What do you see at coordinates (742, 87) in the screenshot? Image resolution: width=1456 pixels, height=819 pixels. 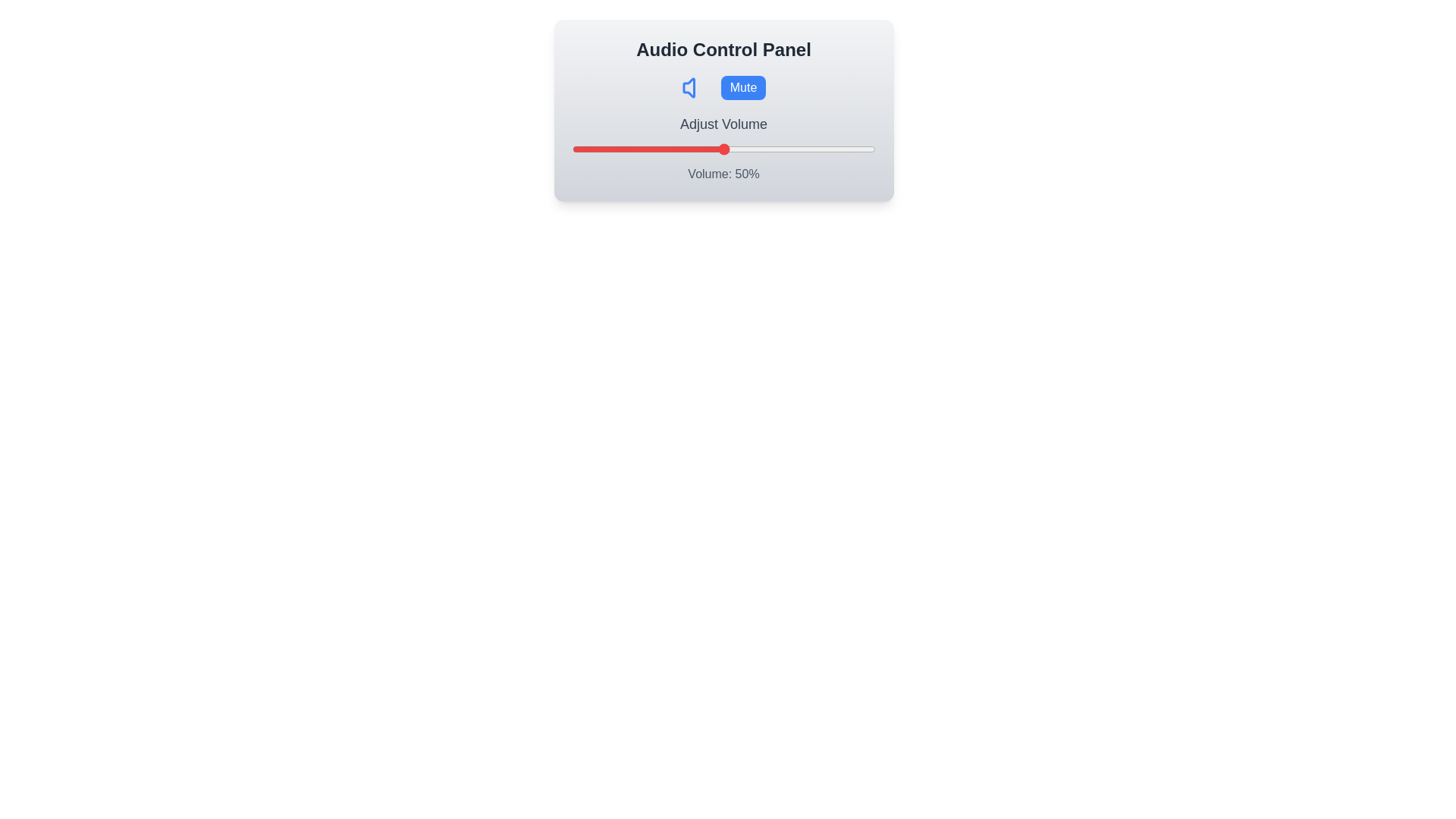 I see `the 'Mute' button to toggle the mute state` at bounding box center [742, 87].